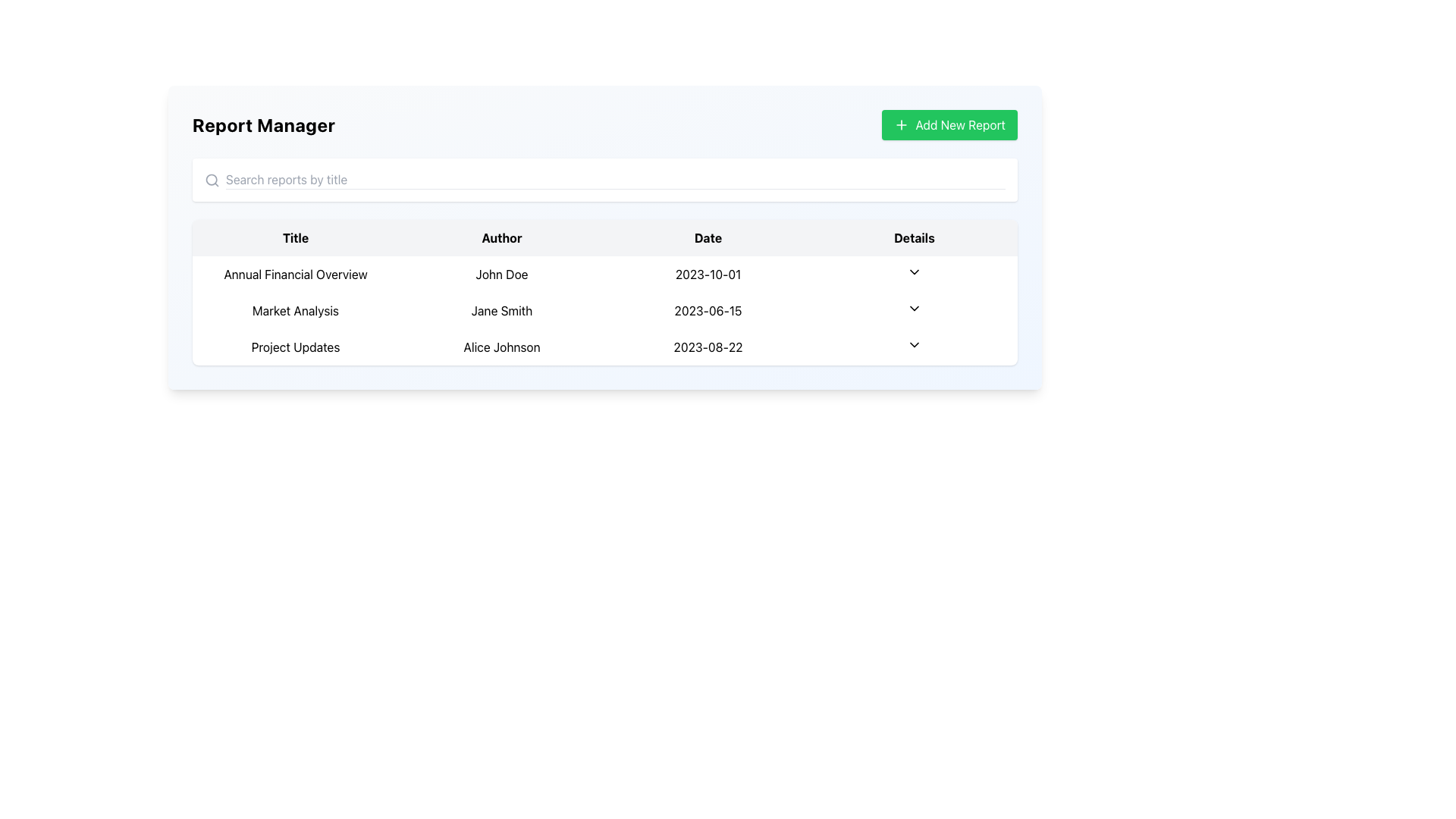  Describe the element at coordinates (913, 237) in the screenshot. I see `the 'Details' table header, which is the fourth column in a row of headers including 'Title', 'Author', and 'Date', positioned at the top-right of the table` at that location.